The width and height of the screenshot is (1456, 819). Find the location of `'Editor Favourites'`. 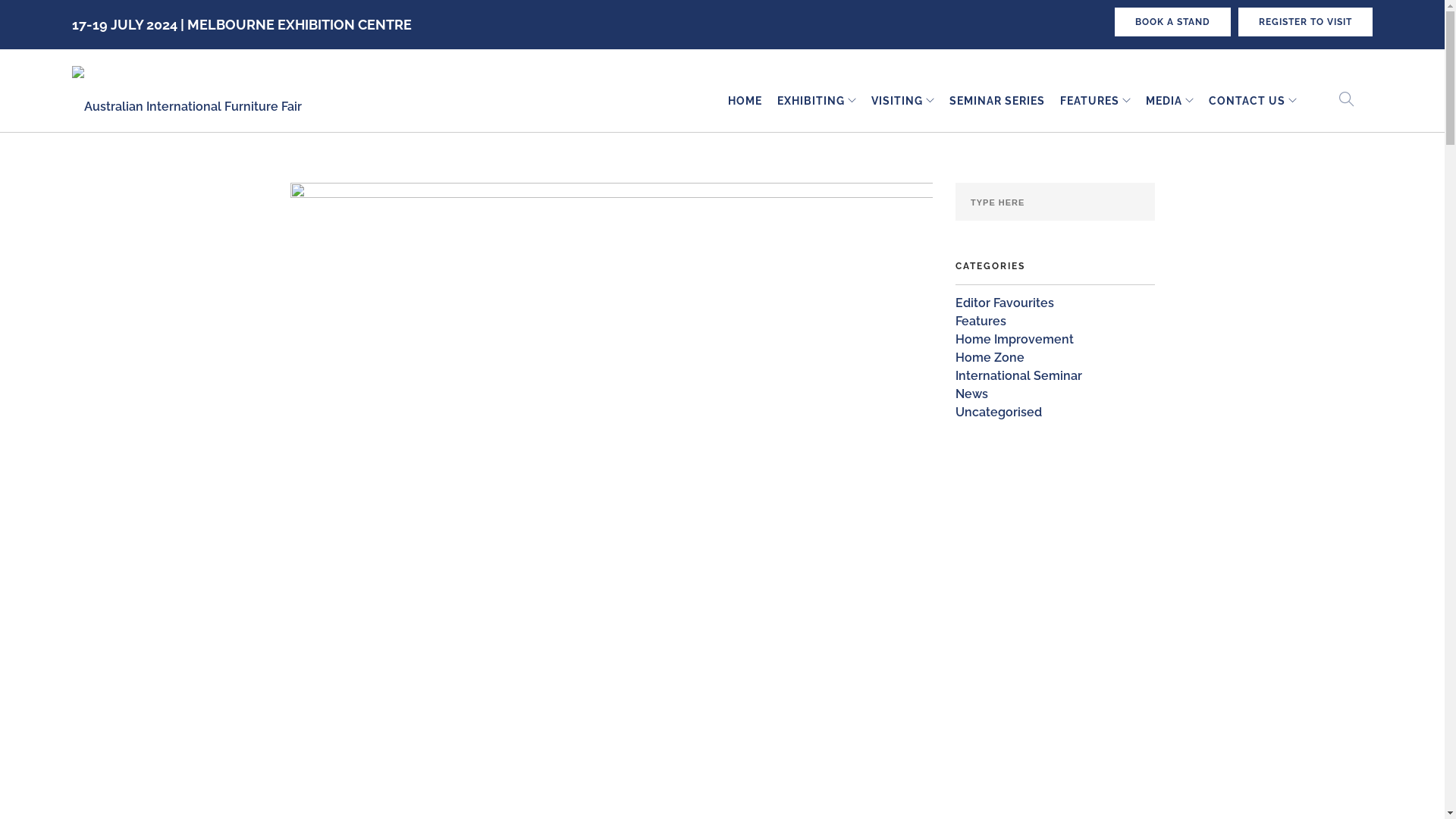

'Editor Favourites' is located at coordinates (1004, 303).